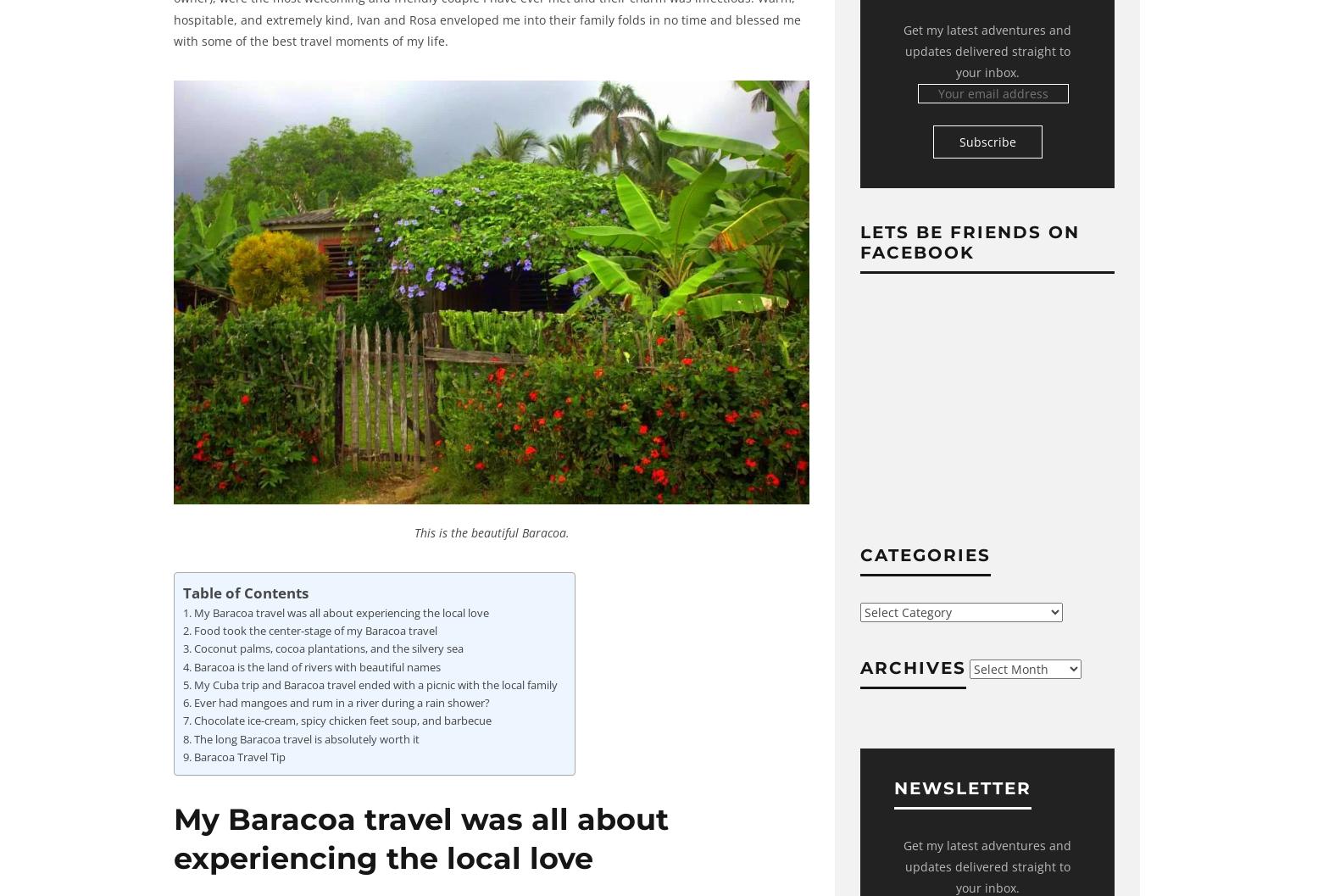 The width and height of the screenshot is (1329, 896). Describe the element at coordinates (963, 787) in the screenshot. I see `'Newsletter'` at that location.